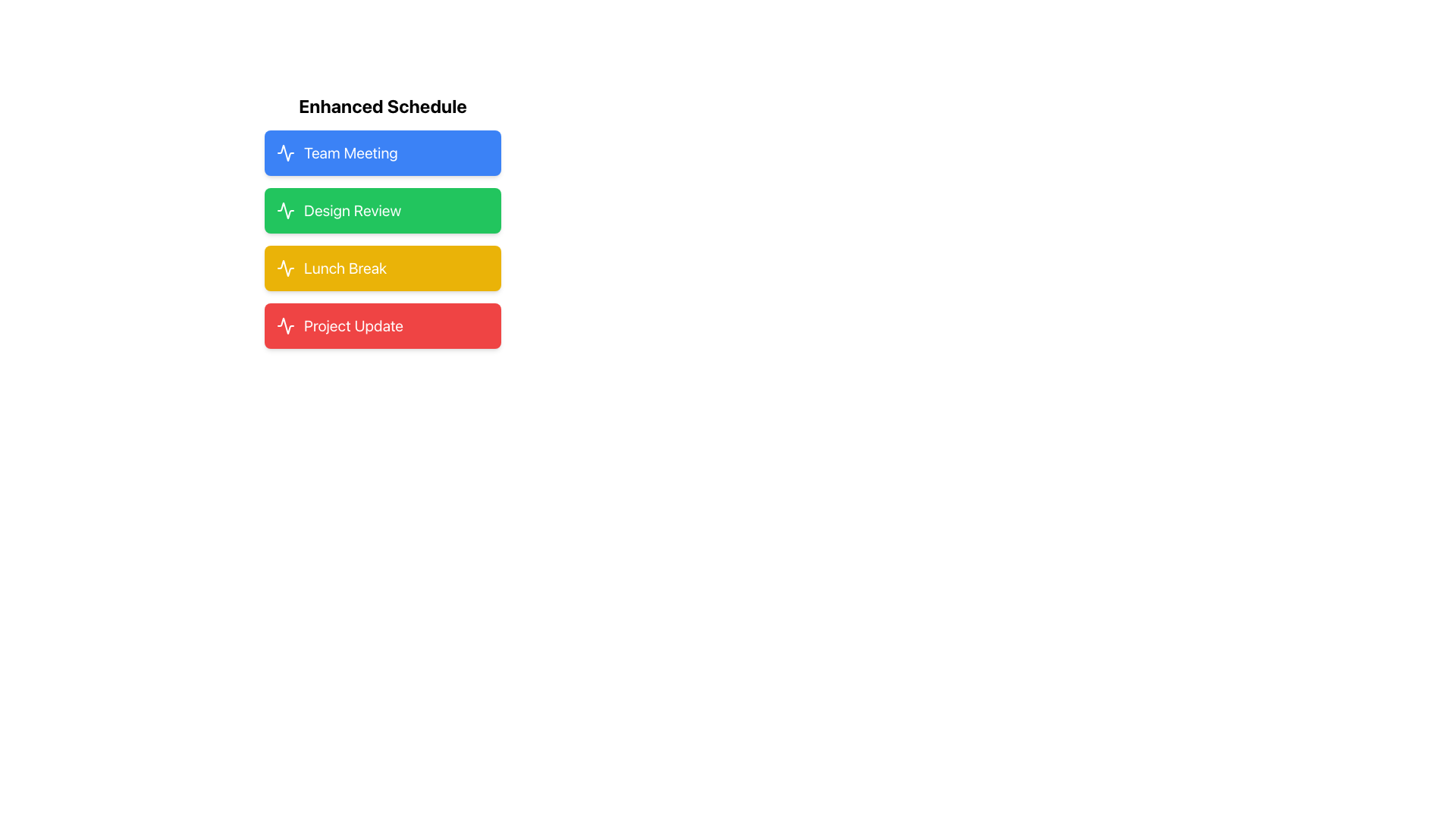 The image size is (1456, 819). What do you see at coordinates (286, 152) in the screenshot?
I see `the small graphic icon representing a waveform or heartbeat symbol, which is located on the left side of the blue card for the 'Team Meeting' entry in the Enhanced Schedule list` at bounding box center [286, 152].